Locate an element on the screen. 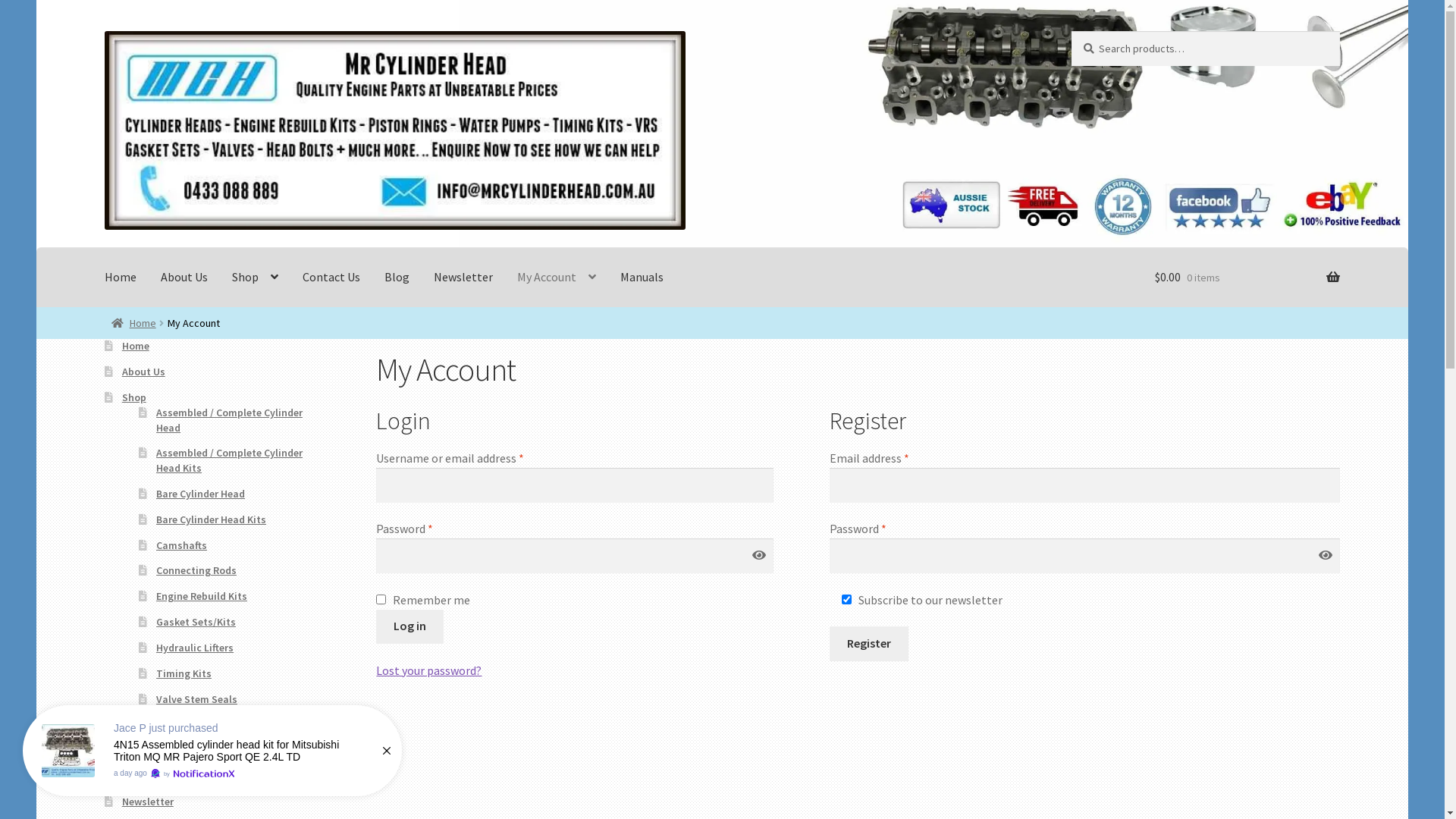 This screenshot has height=819, width=1456. 'Shop' is located at coordinates (255, 277).